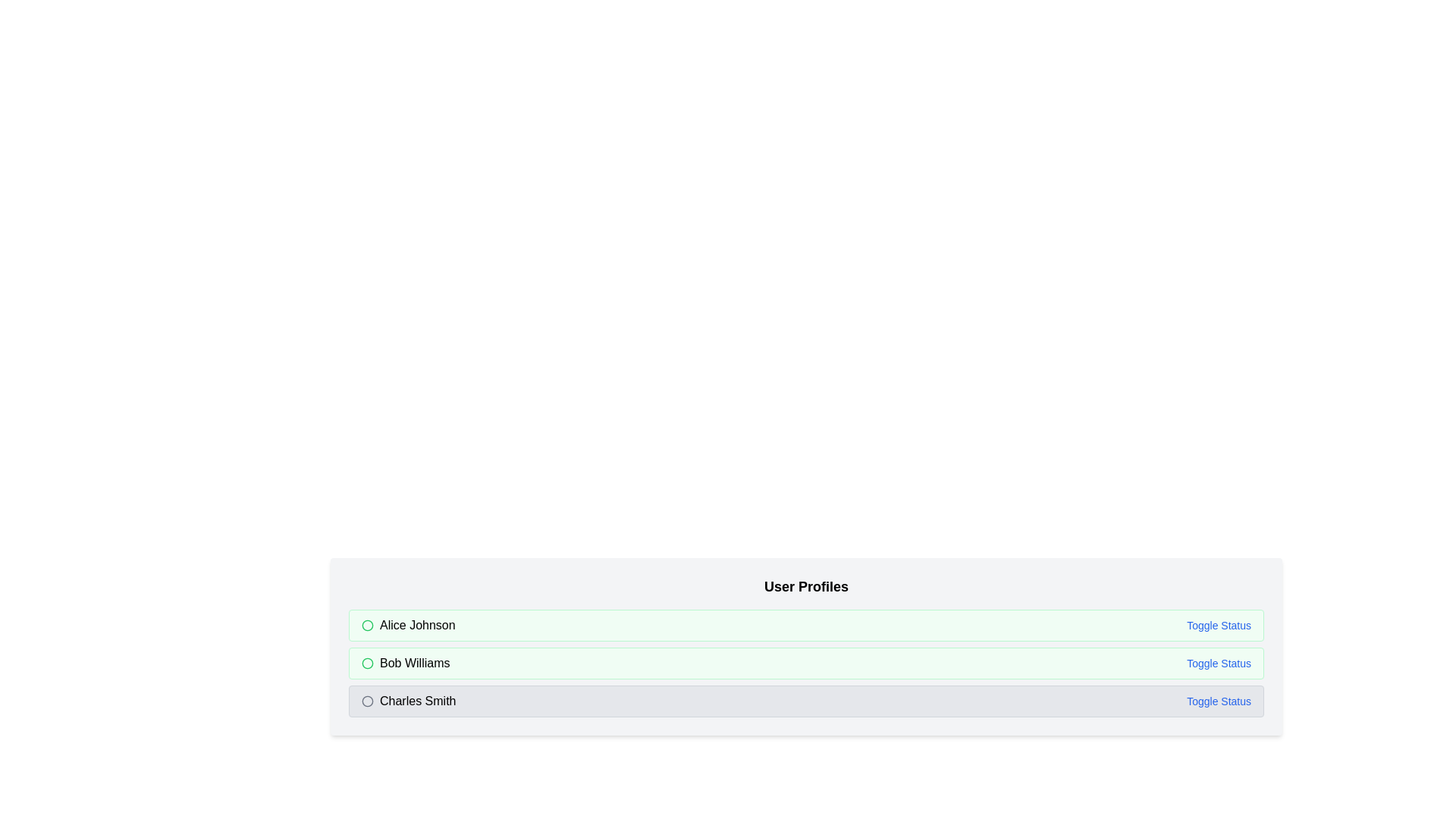  Describe the element at coordinates (367, 626) in the screenshot. I see `the circular status indicator icon located to the left of the text 'Alice Johnson', which signifies the active or online status for the user profile` at that location.